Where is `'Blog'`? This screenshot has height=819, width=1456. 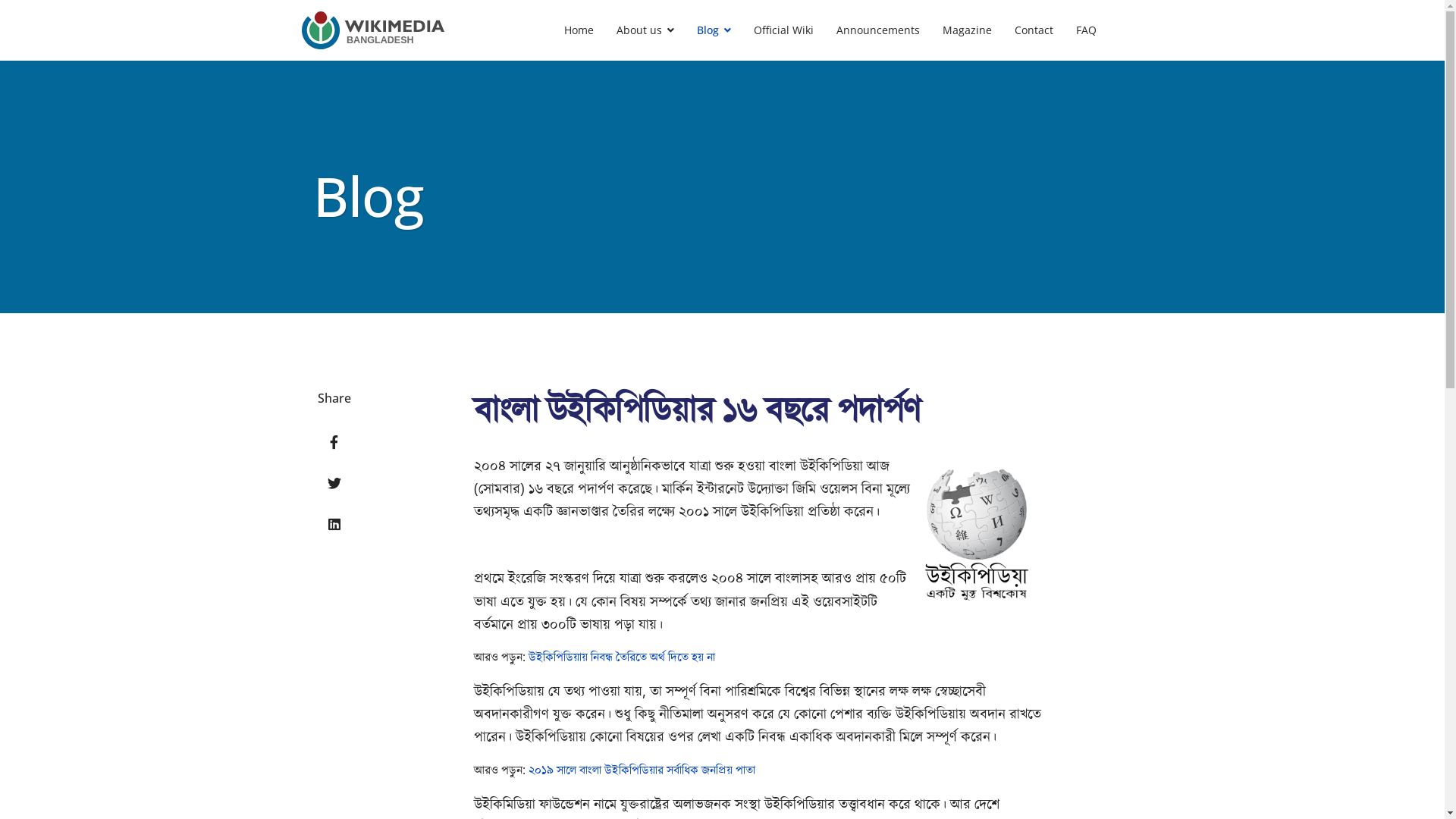
'Blog' is located at coordinates (713, 30).